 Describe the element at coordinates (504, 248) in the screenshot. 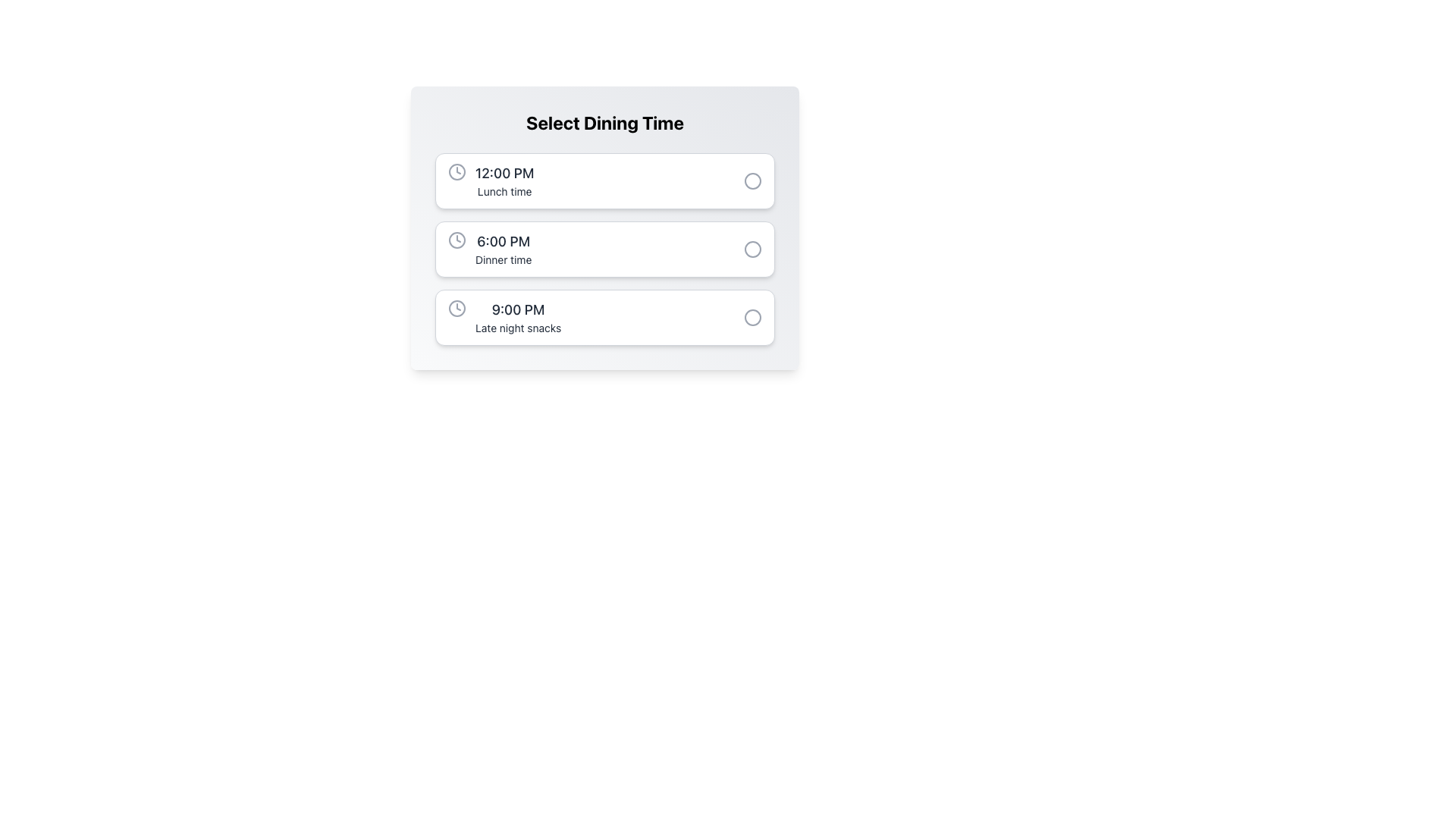

I see `text content of the second list item labeled '6:00 PM' followed by 'Dinner time' in a vertical list` at that location.